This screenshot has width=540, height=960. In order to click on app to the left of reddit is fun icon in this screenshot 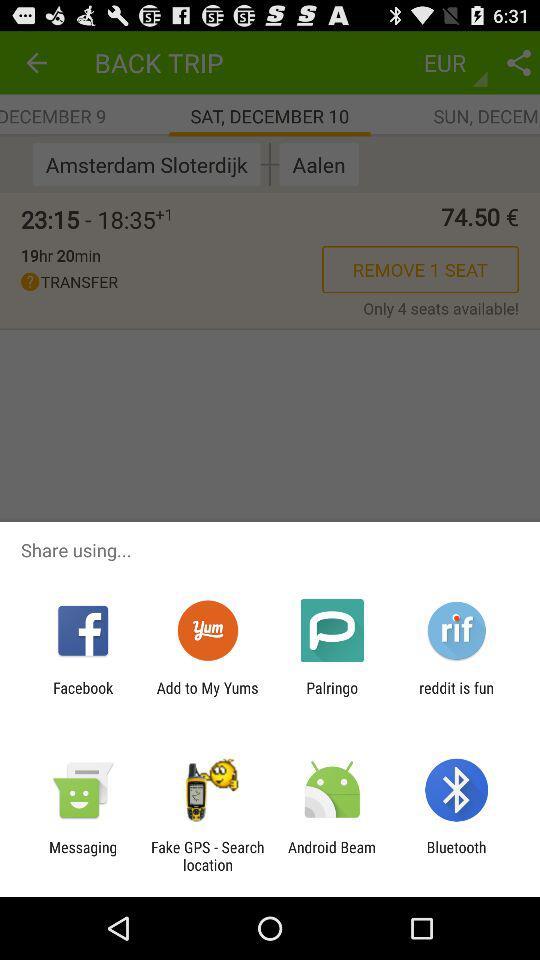, I will do `click(332, 696)`.